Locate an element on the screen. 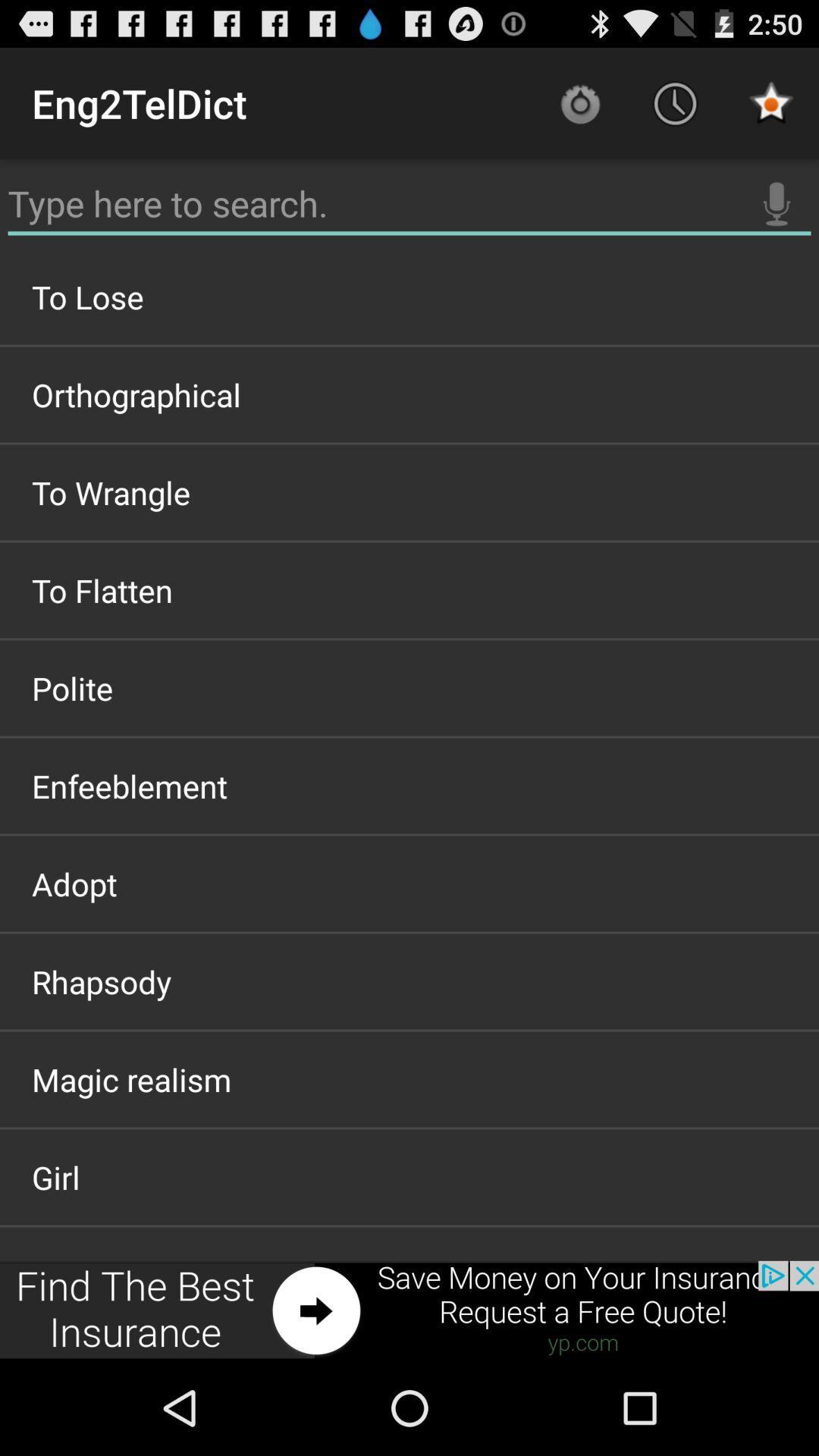 This screenshot has width=819, height=1456. the item above orthographical item is located at coordinates (409, 297).